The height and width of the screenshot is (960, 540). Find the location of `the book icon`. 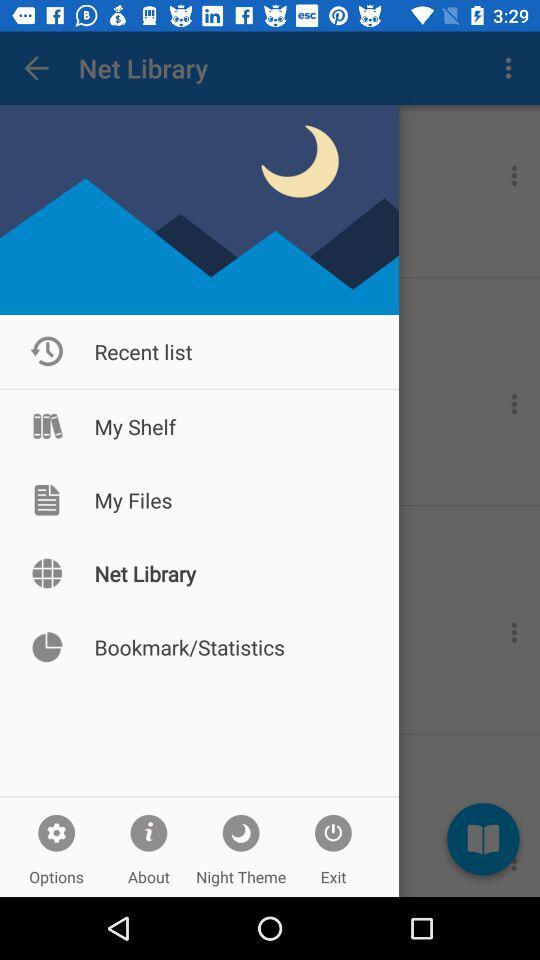

the book icon is located at coordinates (482, 841).